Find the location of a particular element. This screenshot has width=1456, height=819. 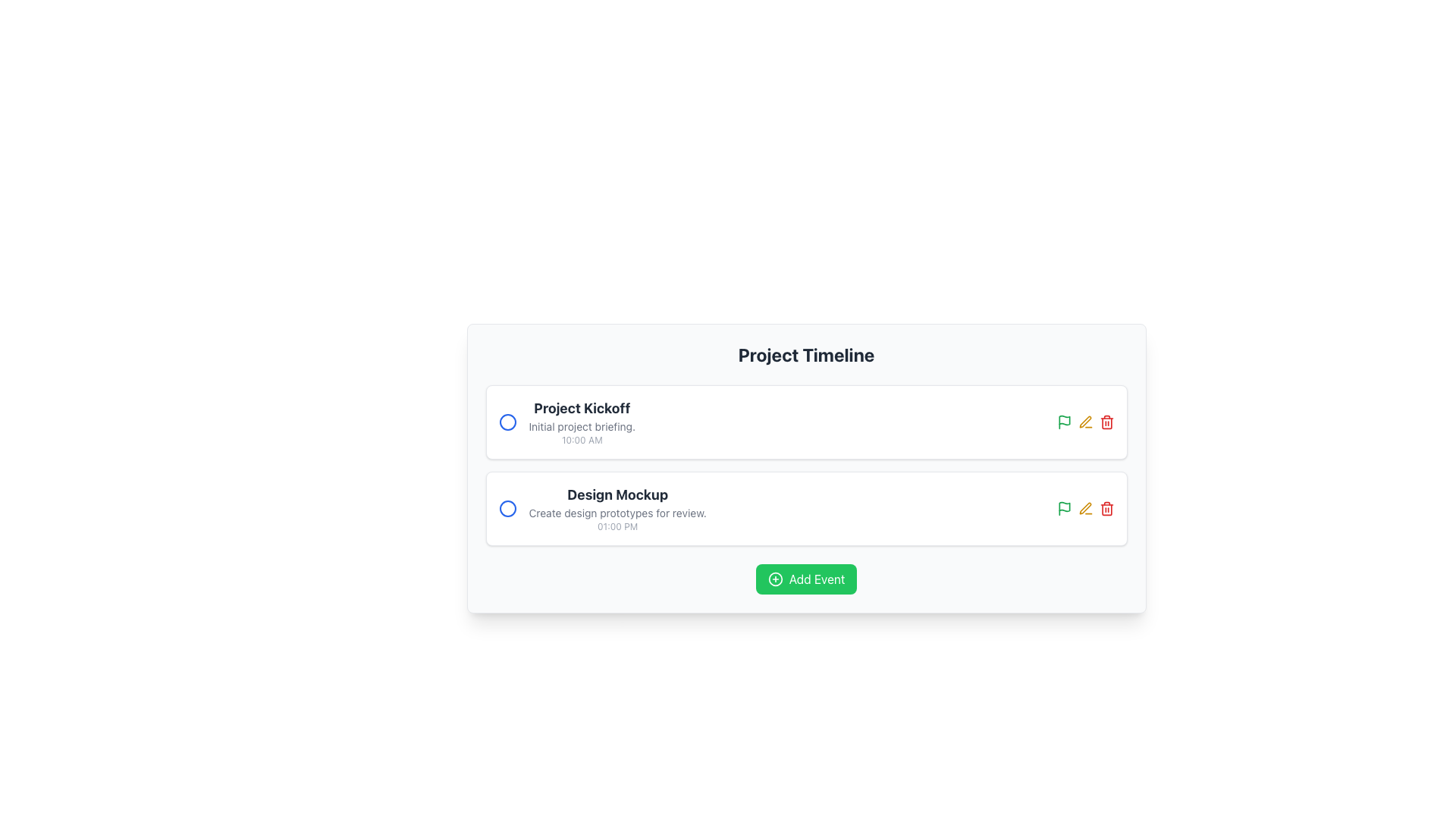

the blue circle icon indicating the status of the 'Project Kickoff' event, which is located at the start of the event block in the vertical list of event cards is located at coordinates (507, 422).